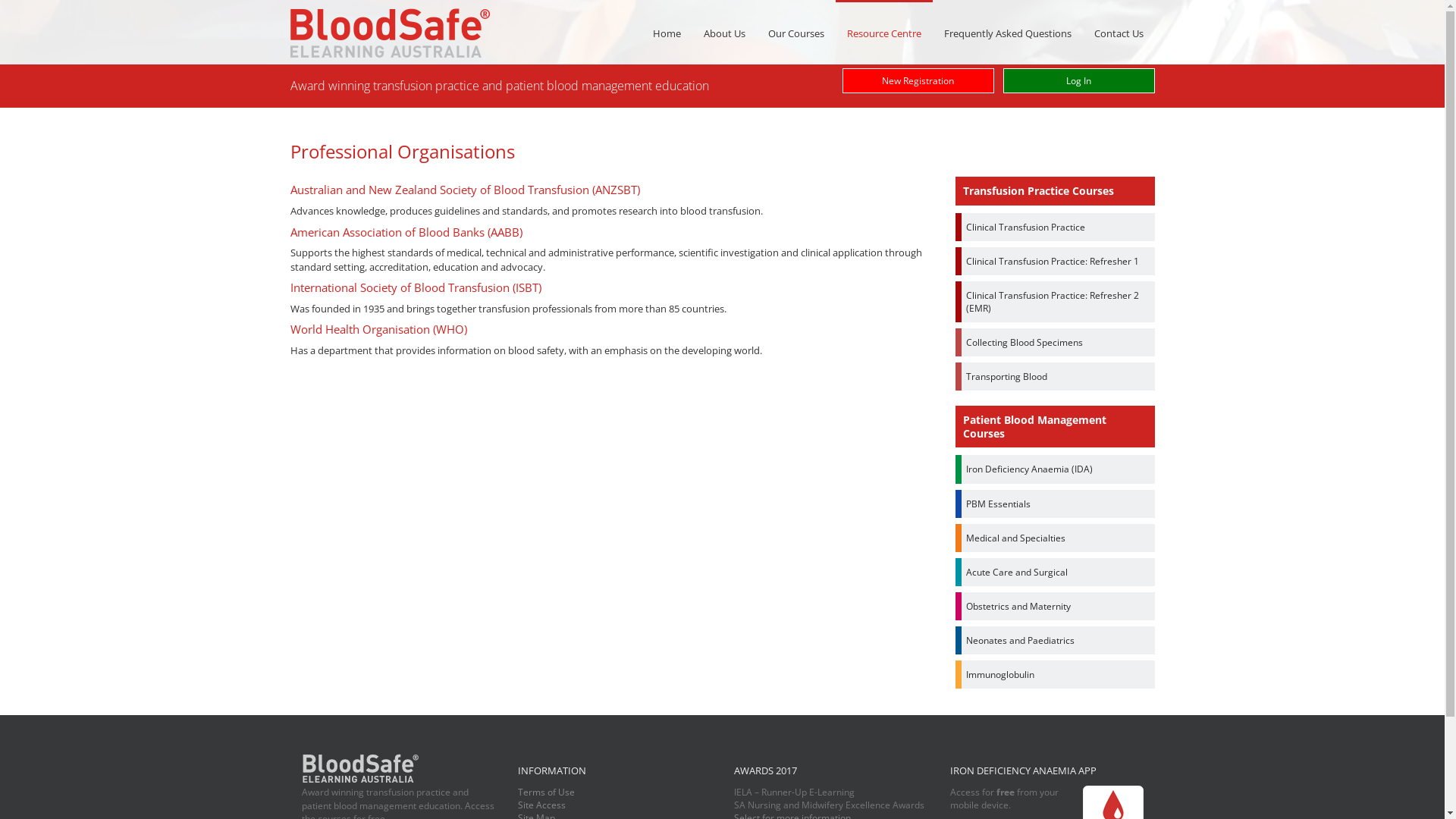  Describe the element at coordinates (1008, 33) in the screenshot. I see `'Frequently Asked Questions'` at that location.